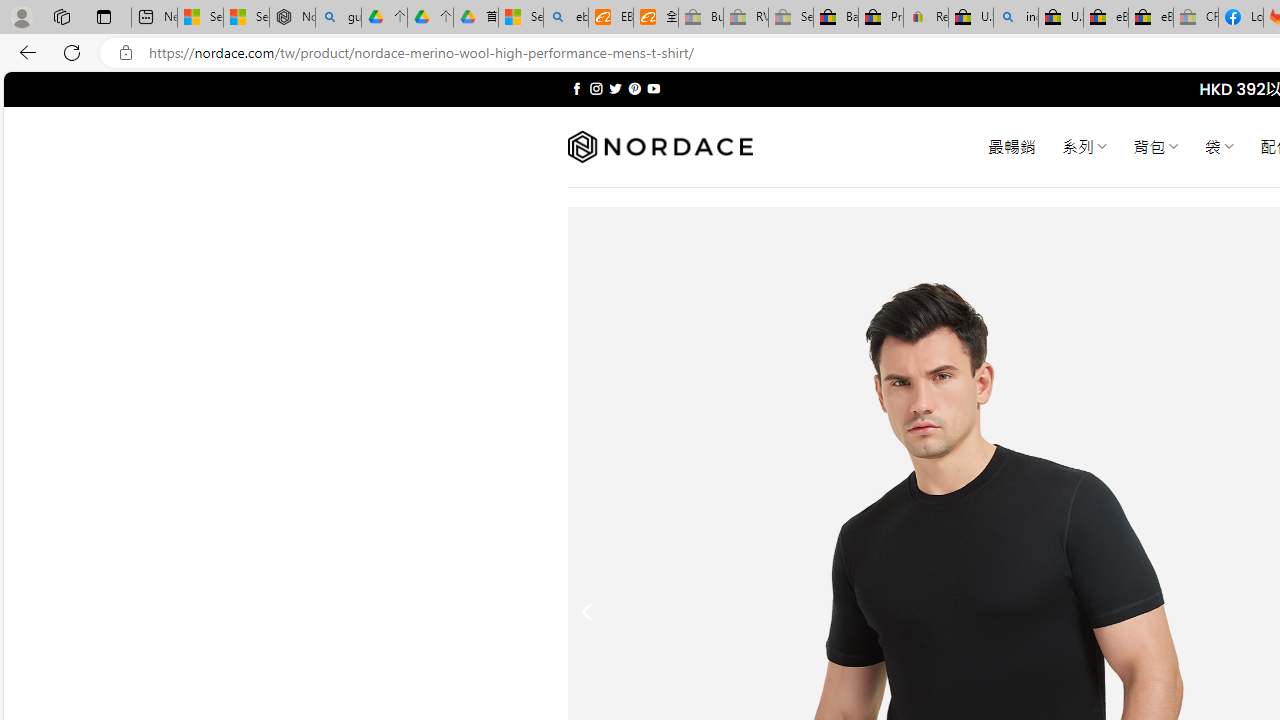 The image size is (1280, 720). I want to click on 'Workspaces', so click(61, 16).